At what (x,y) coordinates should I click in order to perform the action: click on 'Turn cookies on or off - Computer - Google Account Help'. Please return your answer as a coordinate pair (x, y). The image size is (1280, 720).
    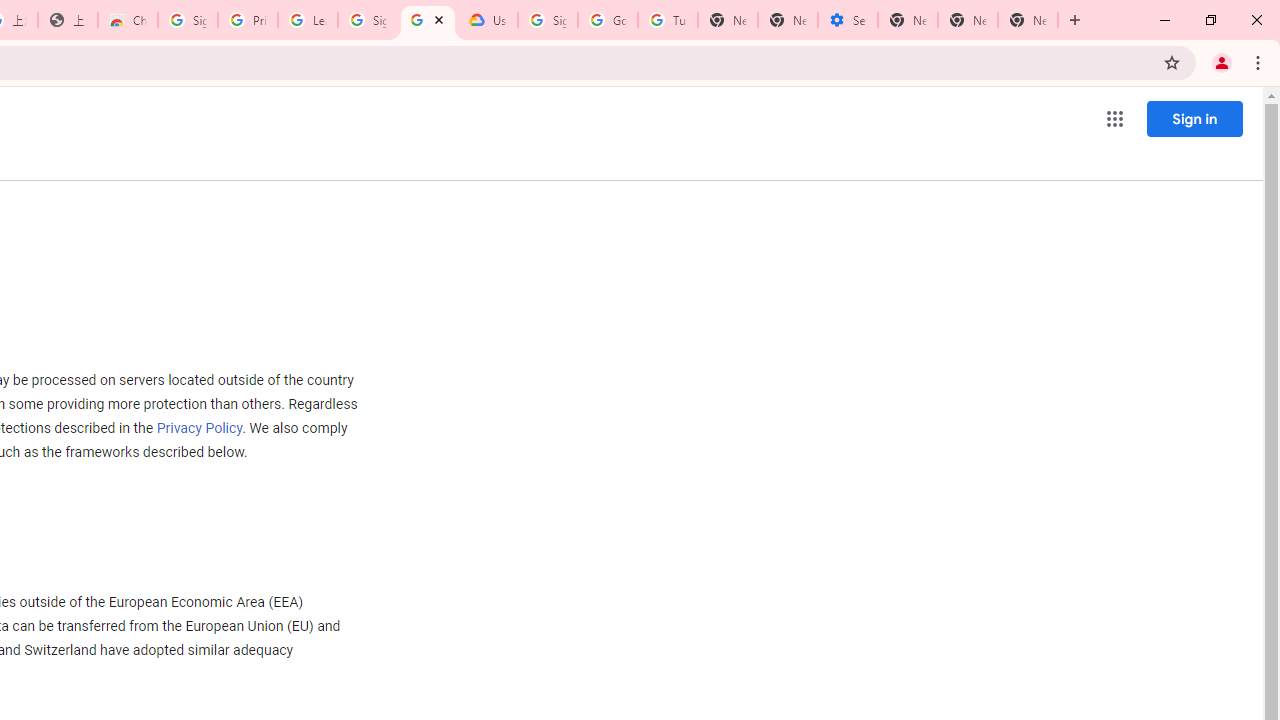
    Looking at the image, I should click on (667, 20).